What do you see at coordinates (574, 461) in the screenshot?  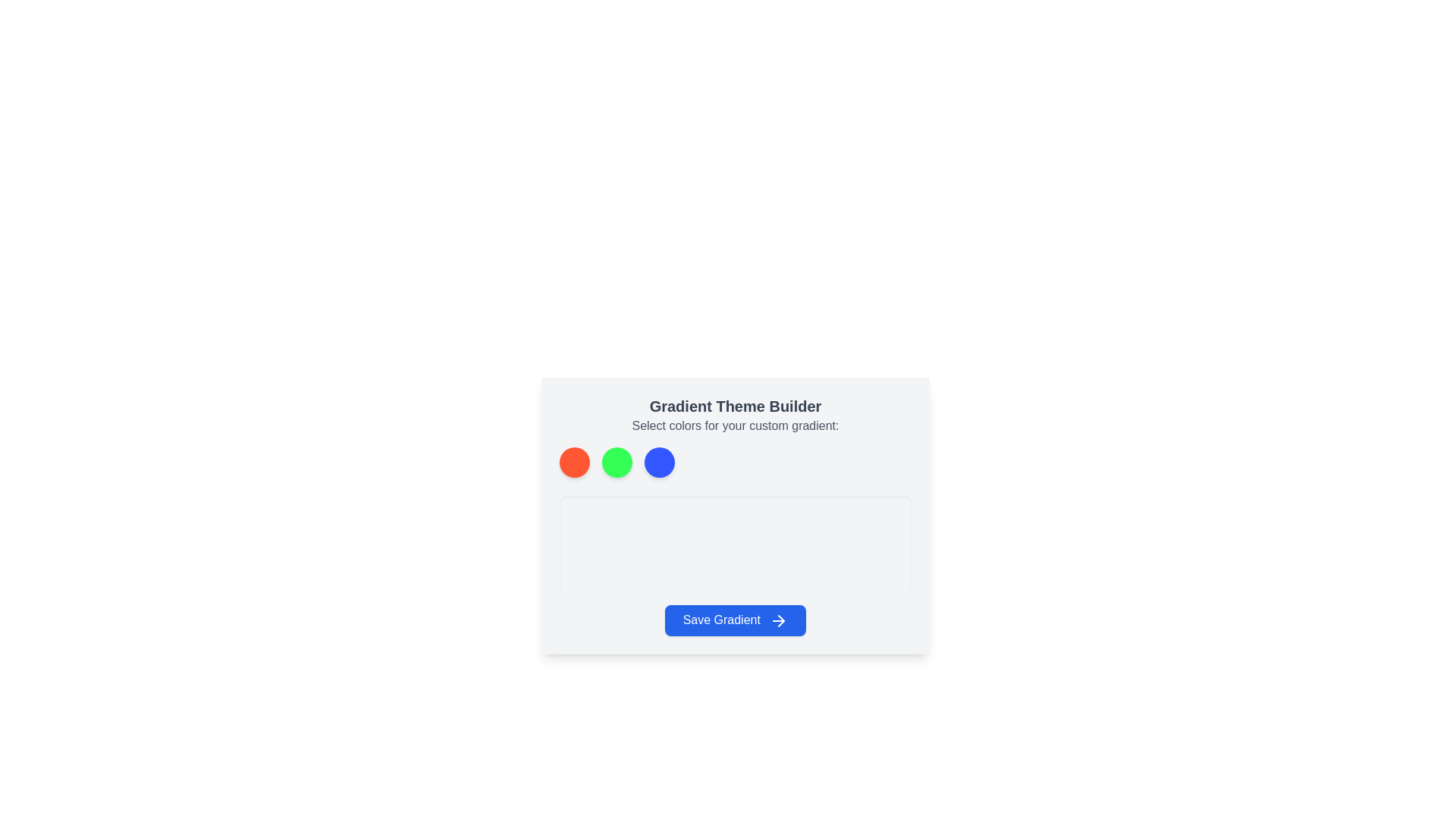 I see `the vibrant orange circular button located above the 'Gradient Theme Builder'` at bounding box center [574, 461].